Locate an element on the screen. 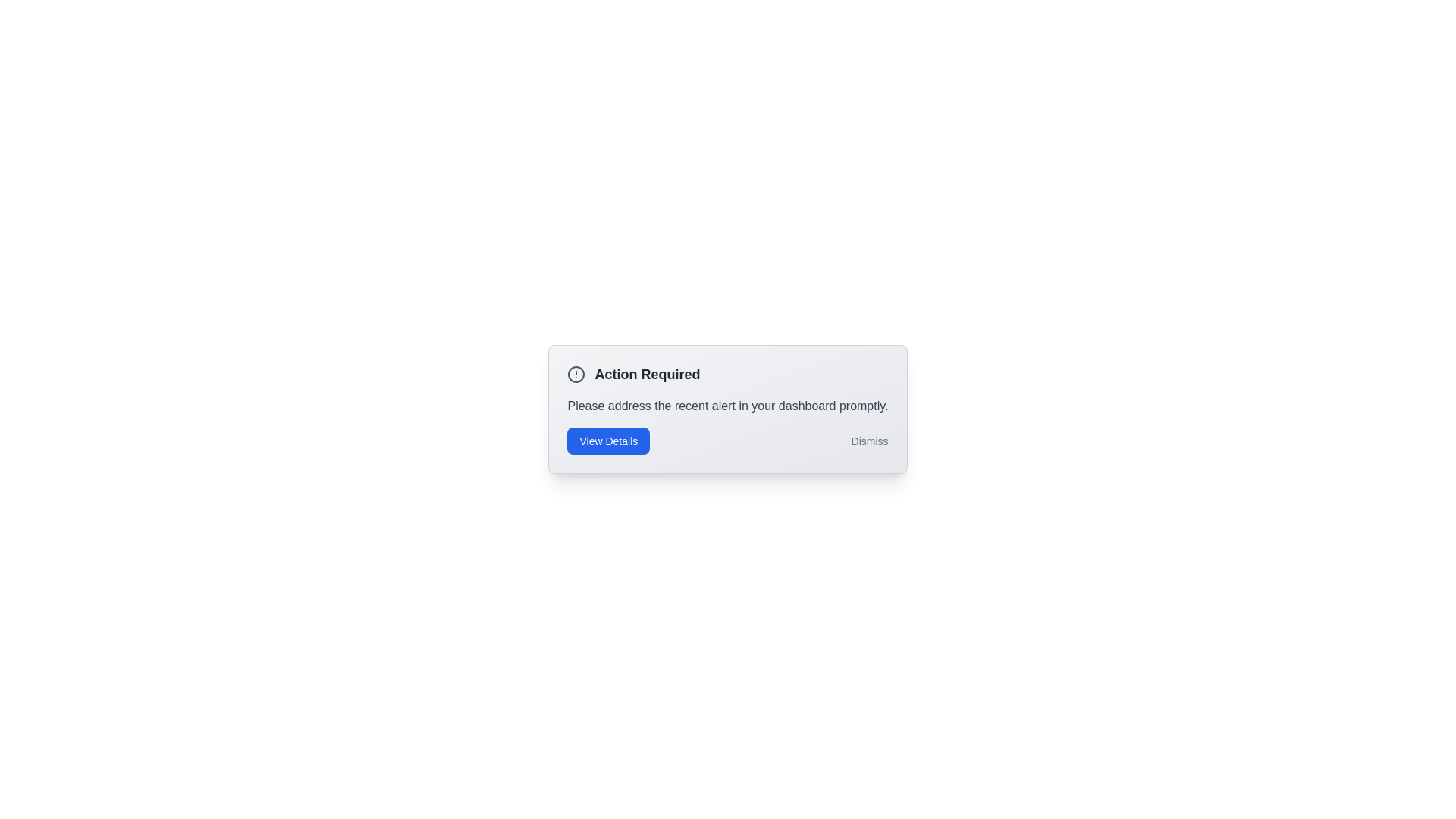 The image size is (1456, 819). 'Dismiss' button to hide the notification is located at coordinates (870, 441).